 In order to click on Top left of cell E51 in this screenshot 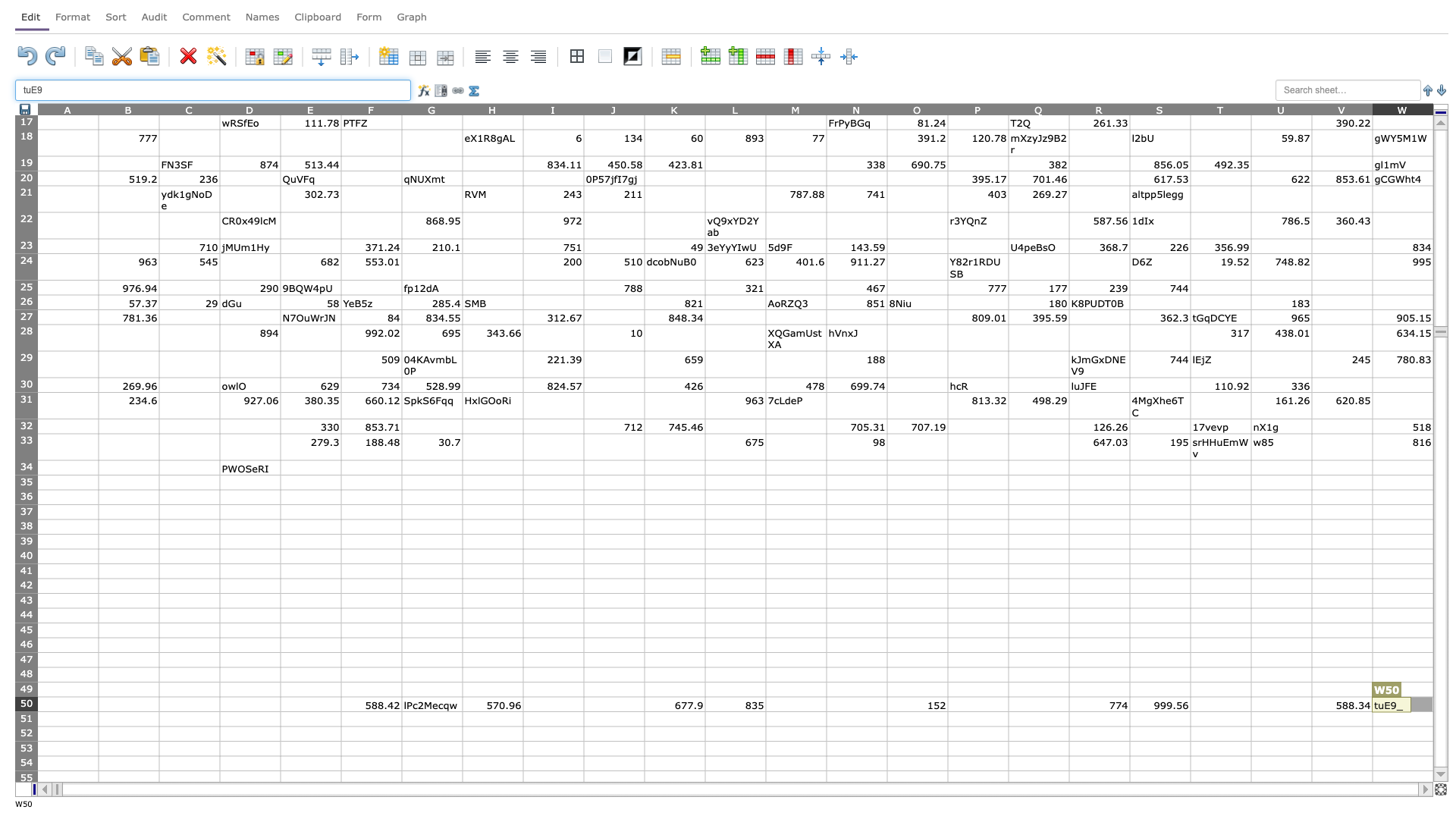, I will do `click(280, 711)`.